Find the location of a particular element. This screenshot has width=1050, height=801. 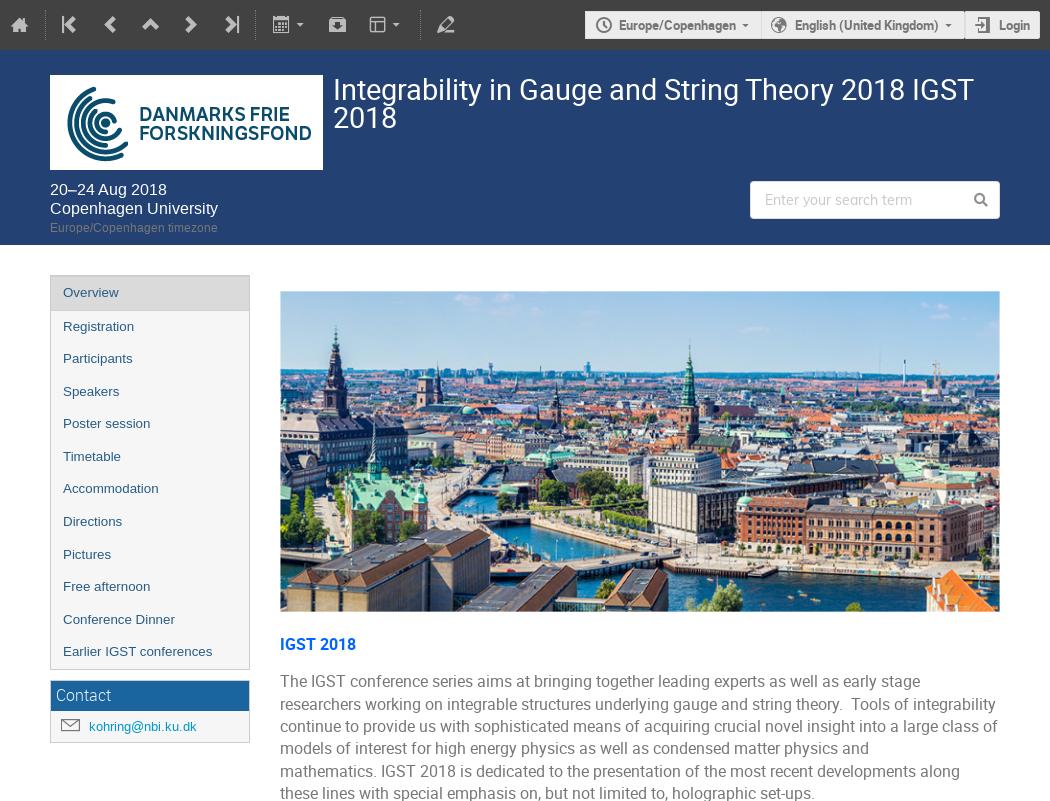

'Login' is located at coordinates (1012, 24).